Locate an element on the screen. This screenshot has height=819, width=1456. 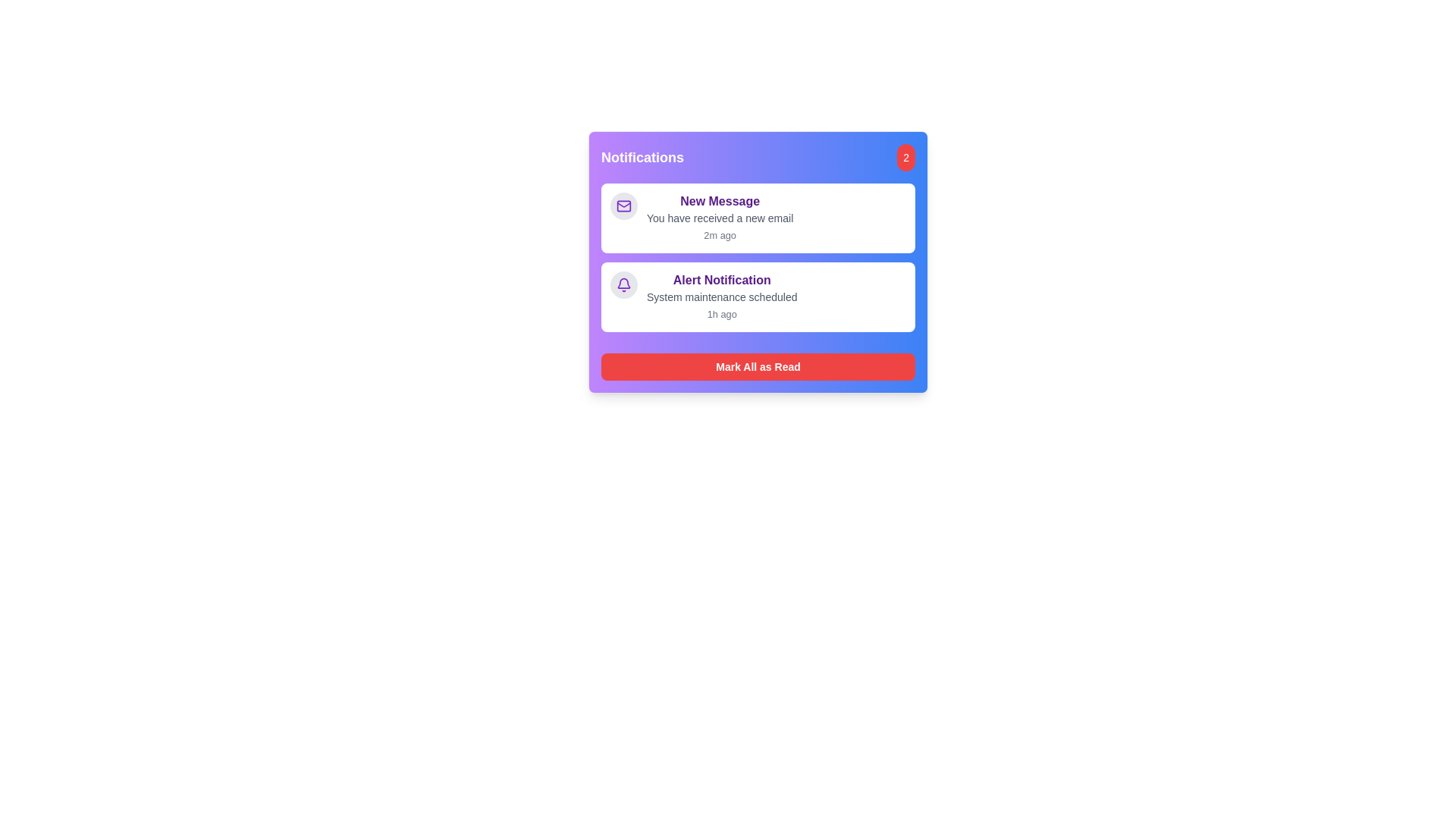
the triangular graphic of the envelope icon that represents the fold or flap, located next to the 'New Message' notification is located at coordinates (623, 205).